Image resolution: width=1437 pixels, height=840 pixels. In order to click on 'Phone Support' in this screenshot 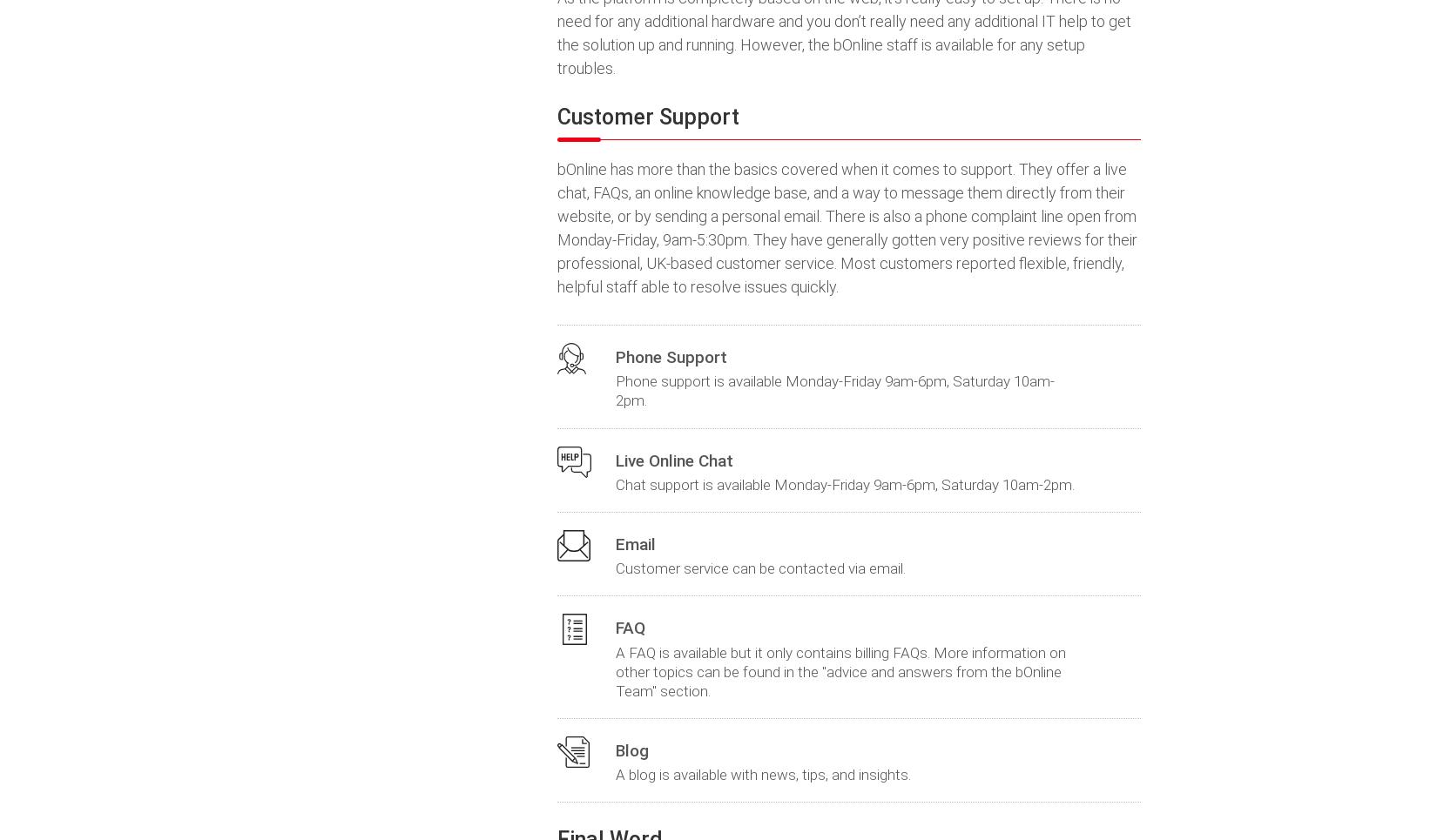, I will do `click(671, 357)`.